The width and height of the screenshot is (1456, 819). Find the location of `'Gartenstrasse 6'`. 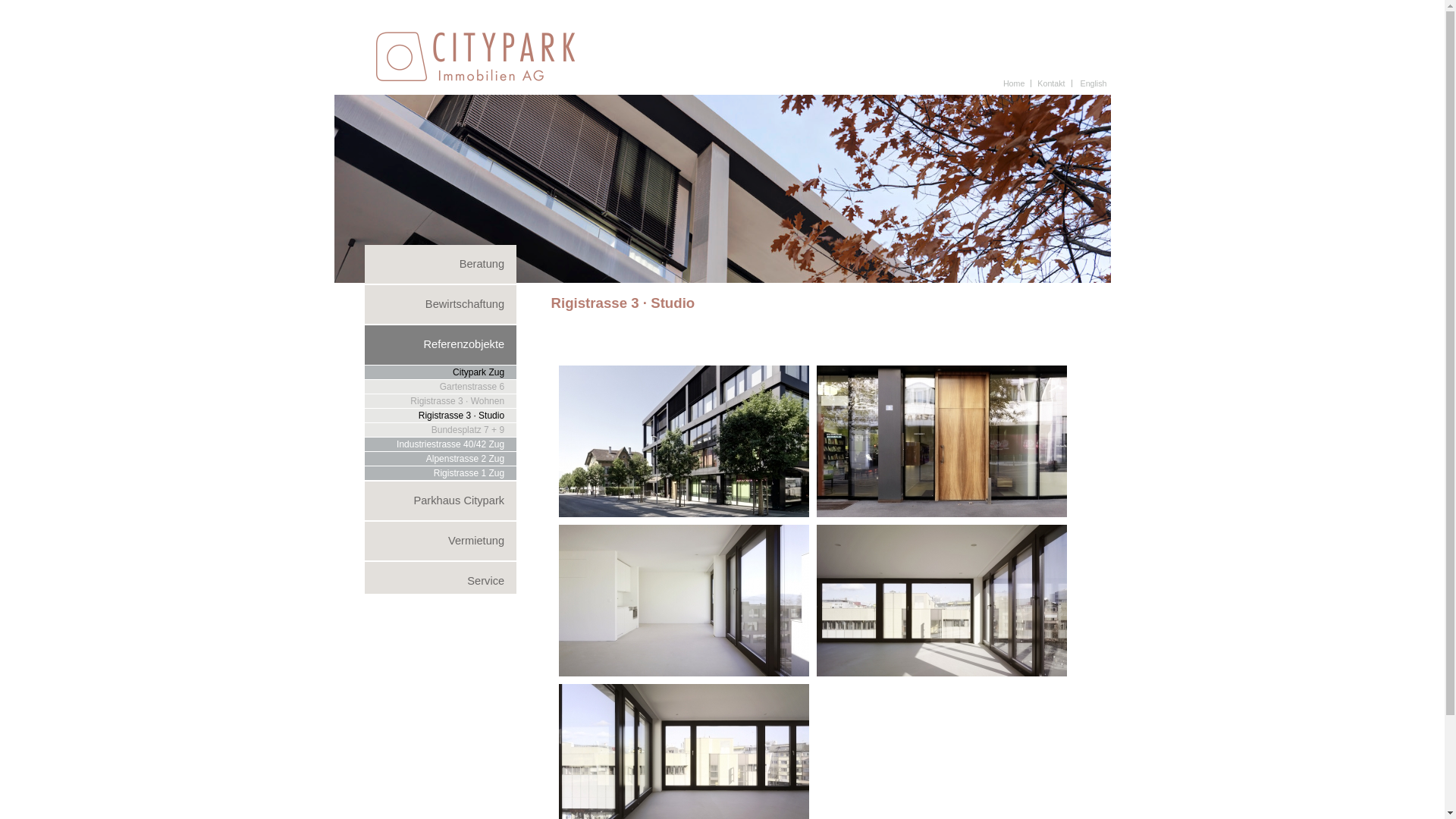

'Gartenstrasse 6' is located at coordinates (364, 385).